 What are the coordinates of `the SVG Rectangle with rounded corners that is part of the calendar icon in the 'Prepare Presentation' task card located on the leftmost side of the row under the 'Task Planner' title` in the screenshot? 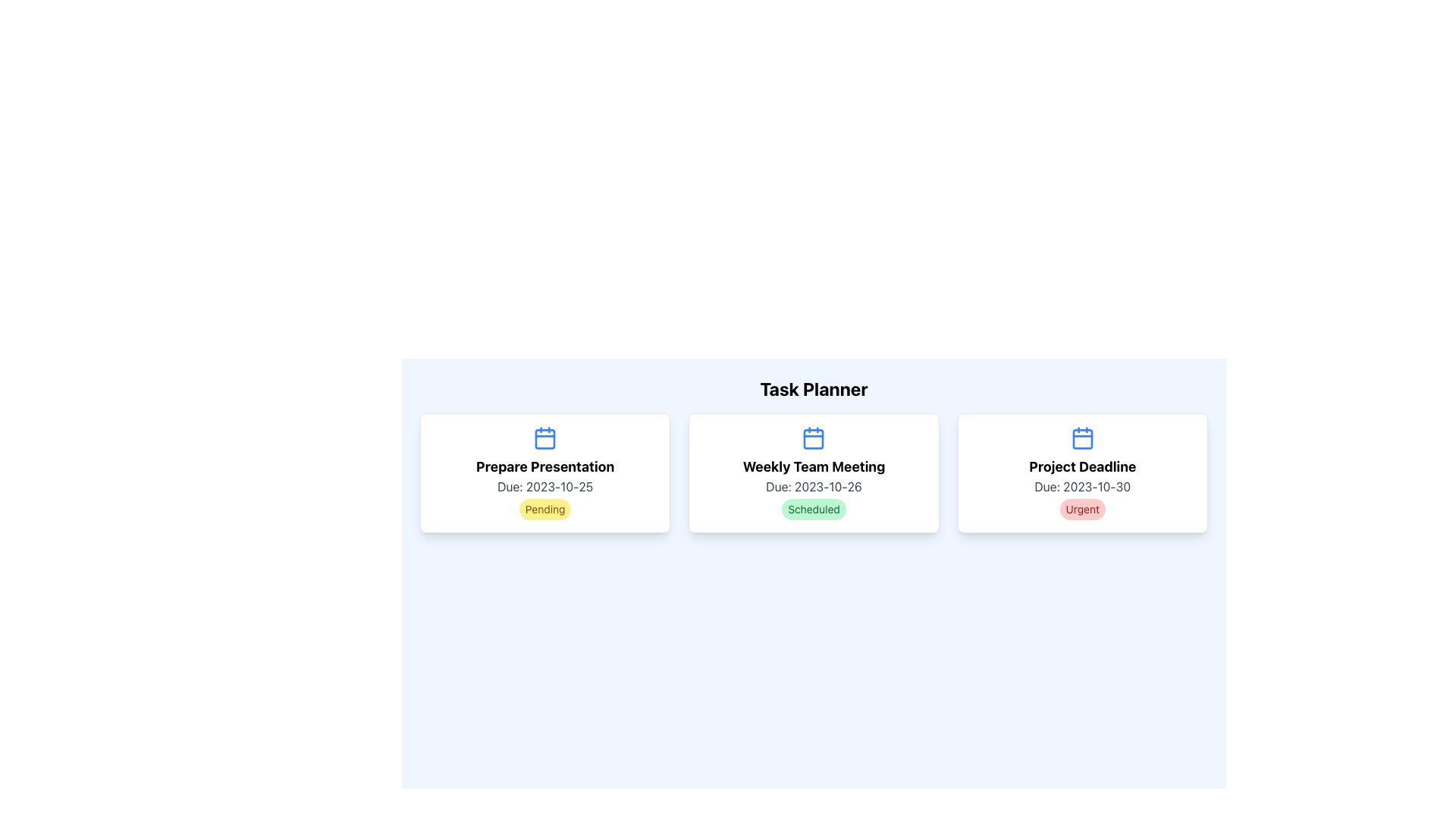 It's located at (545, 439).